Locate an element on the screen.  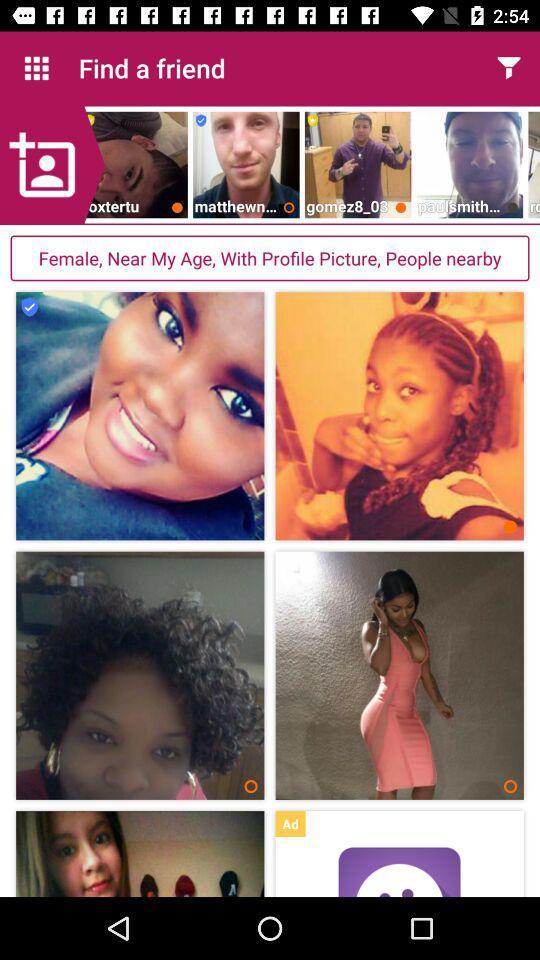
the follow icon is located at coordinates (52, 164).